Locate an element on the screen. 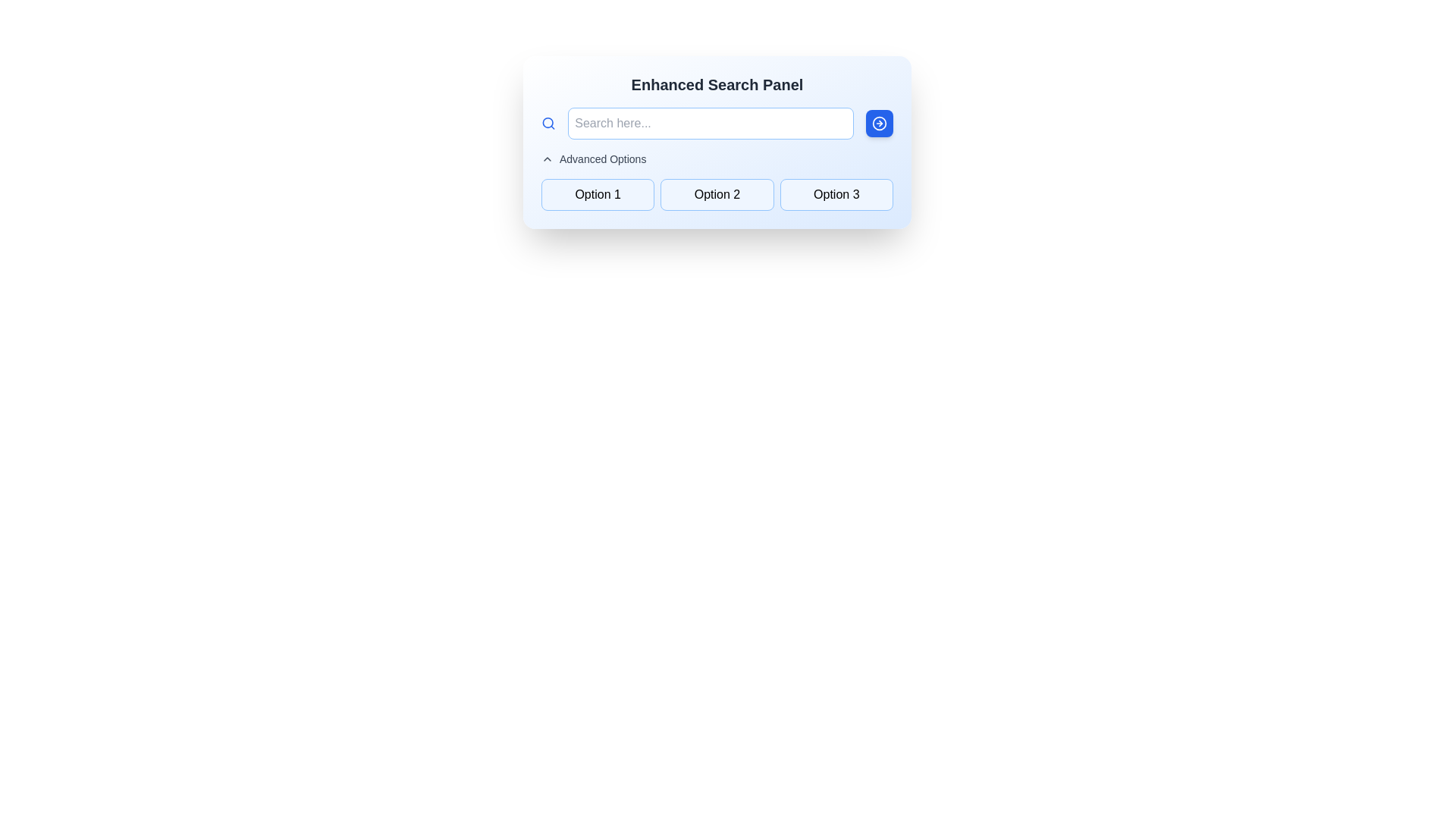 The width and height of the screenshot is (1456, 819). the button labeled 'Option 2' is located at coordinates (716, 180).